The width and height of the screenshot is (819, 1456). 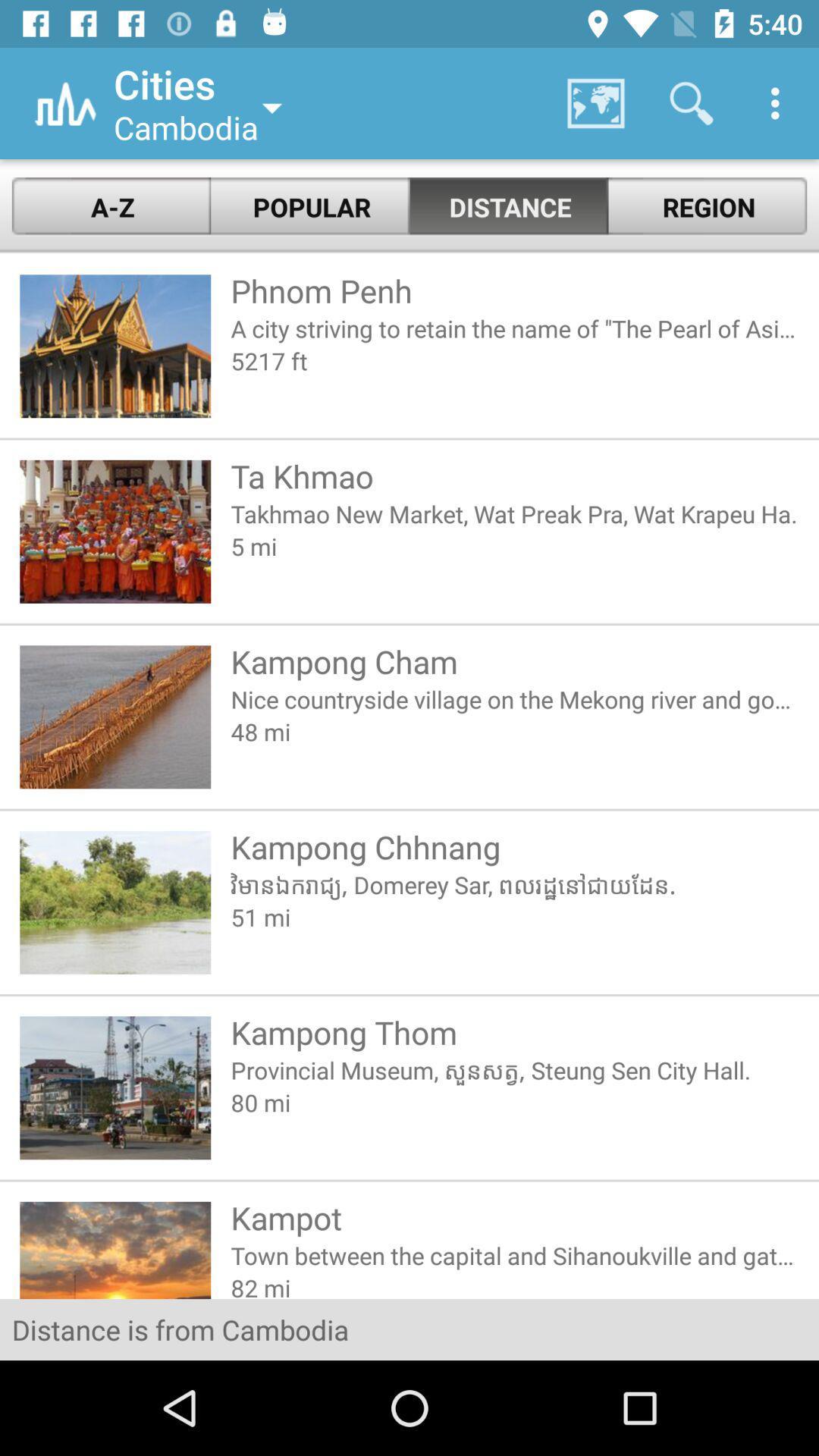 What do you see at coordinates (509, 206) in the screenshot?
I see `the button which is to the left side of the region` at bounding box center [509, 206].